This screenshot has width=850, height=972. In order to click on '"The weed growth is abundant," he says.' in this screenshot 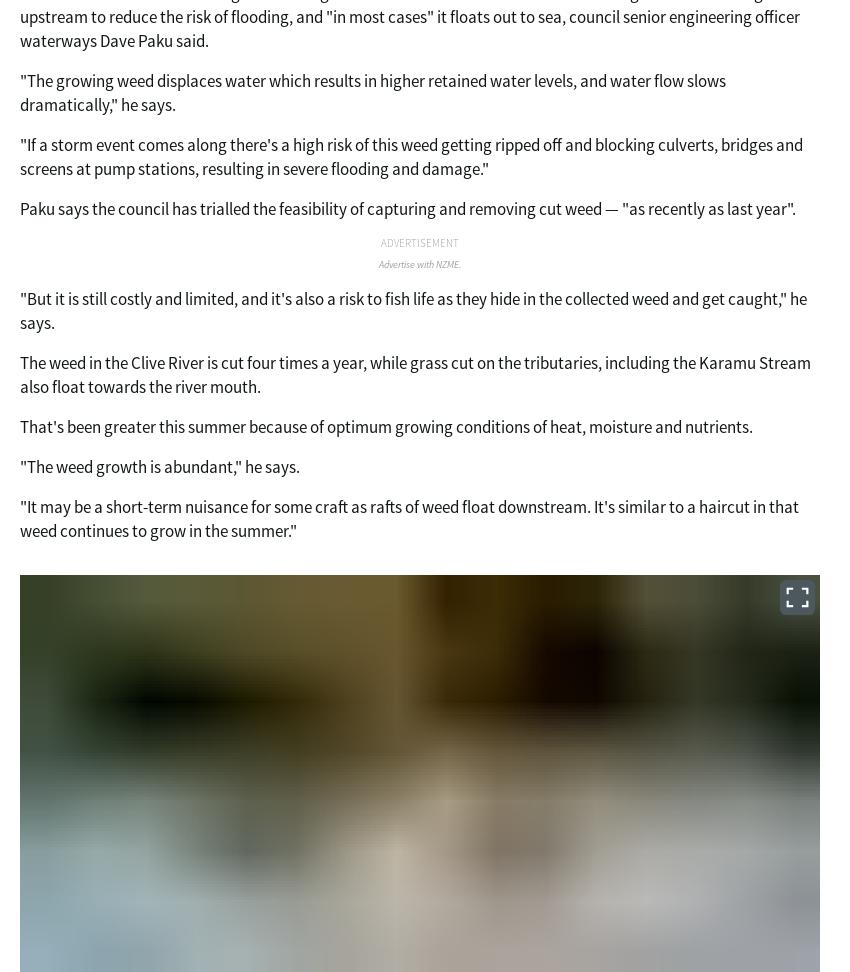, I will do `click(159, 464)`.